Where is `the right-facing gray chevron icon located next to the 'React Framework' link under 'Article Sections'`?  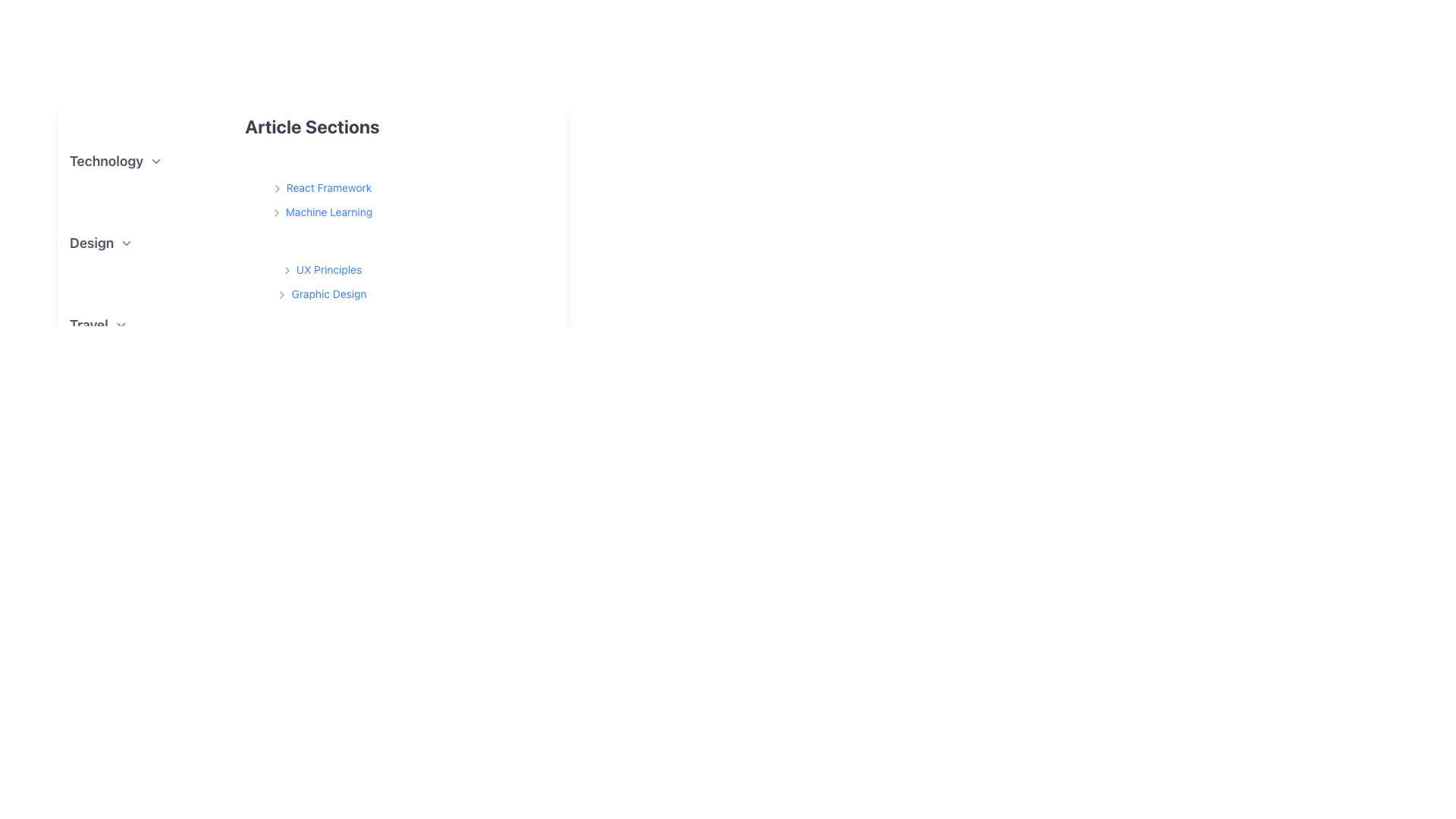 the right-facing gray chevron icon located next to the 'React Framework' link under 'Article Sections' is located at coordinates (277, 188).